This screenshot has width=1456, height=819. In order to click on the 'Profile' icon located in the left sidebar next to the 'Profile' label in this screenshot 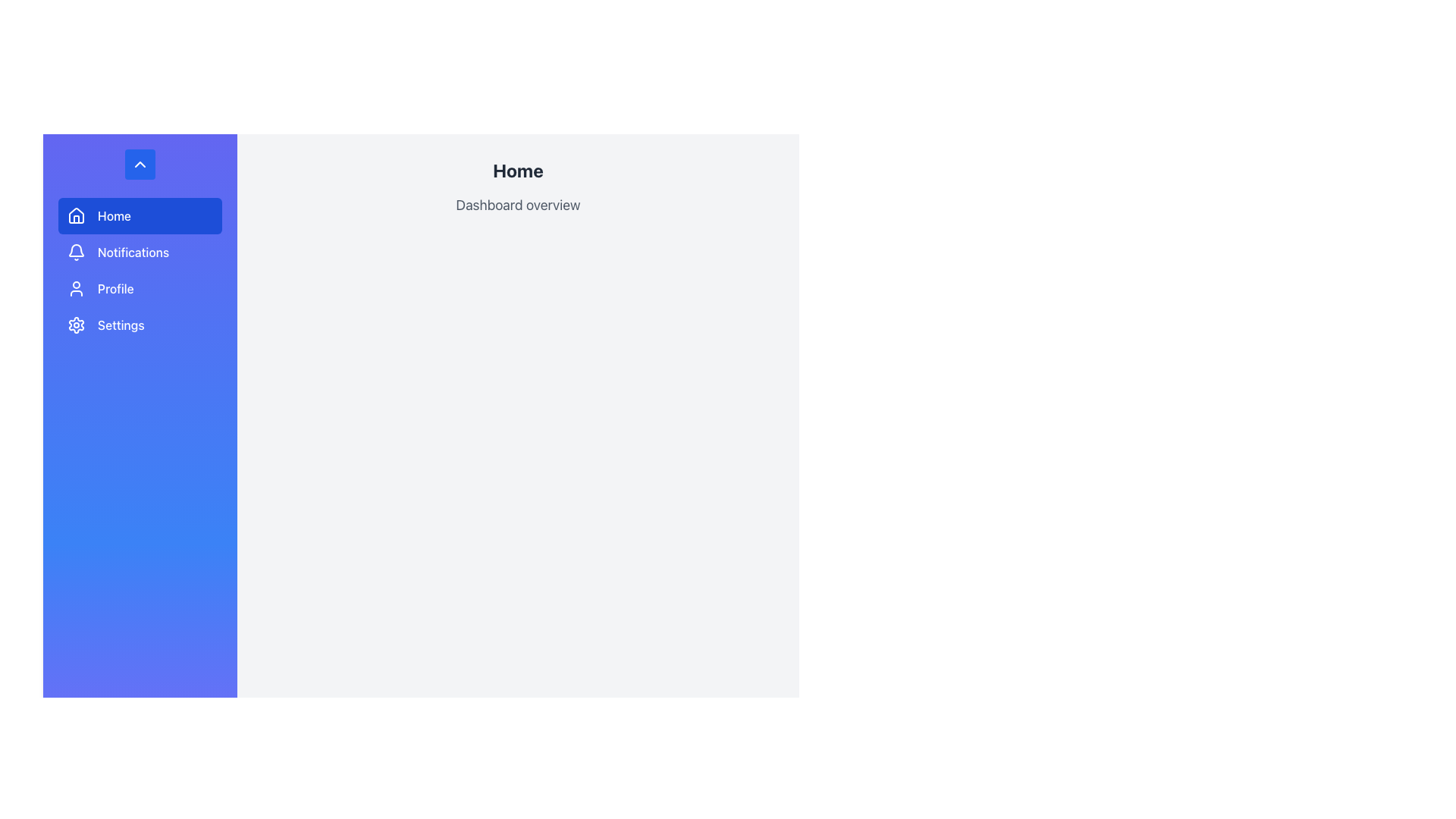, I will do `click(75, 289)`.